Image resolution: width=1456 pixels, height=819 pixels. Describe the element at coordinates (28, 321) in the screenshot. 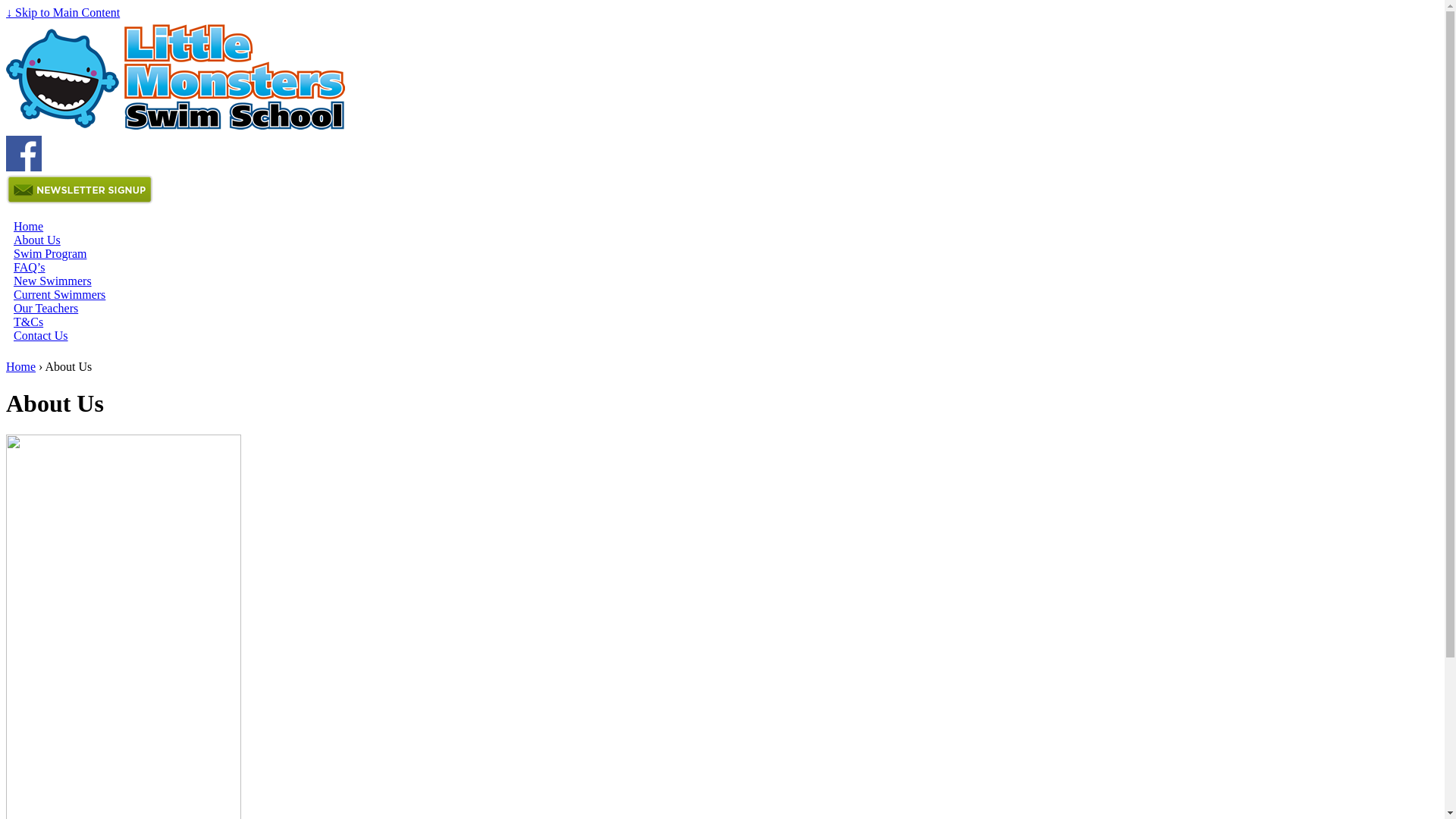

I see `'T&Cs'` at that location.